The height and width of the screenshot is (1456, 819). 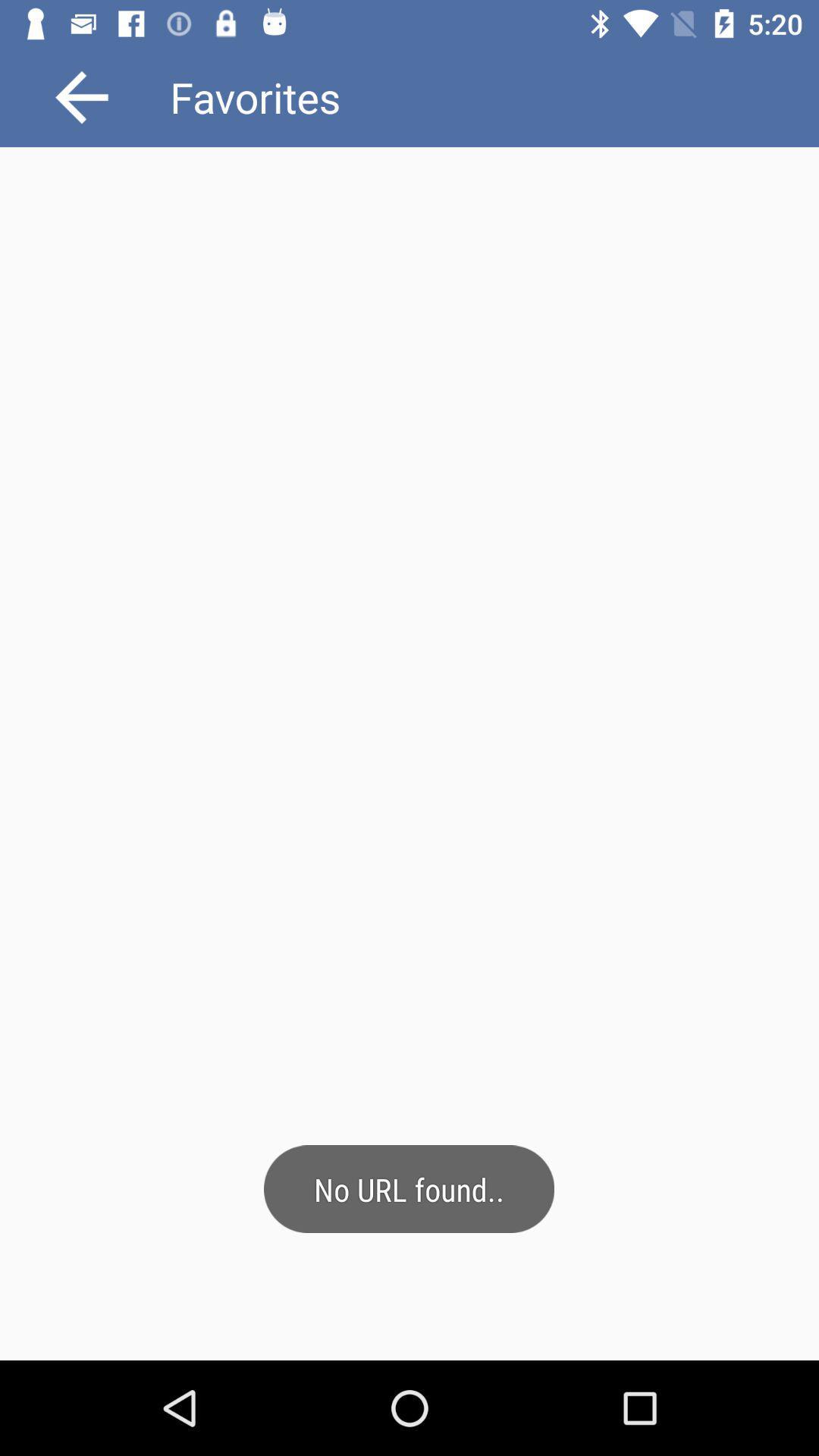 I want to click on back, so click(x=82, y=96).